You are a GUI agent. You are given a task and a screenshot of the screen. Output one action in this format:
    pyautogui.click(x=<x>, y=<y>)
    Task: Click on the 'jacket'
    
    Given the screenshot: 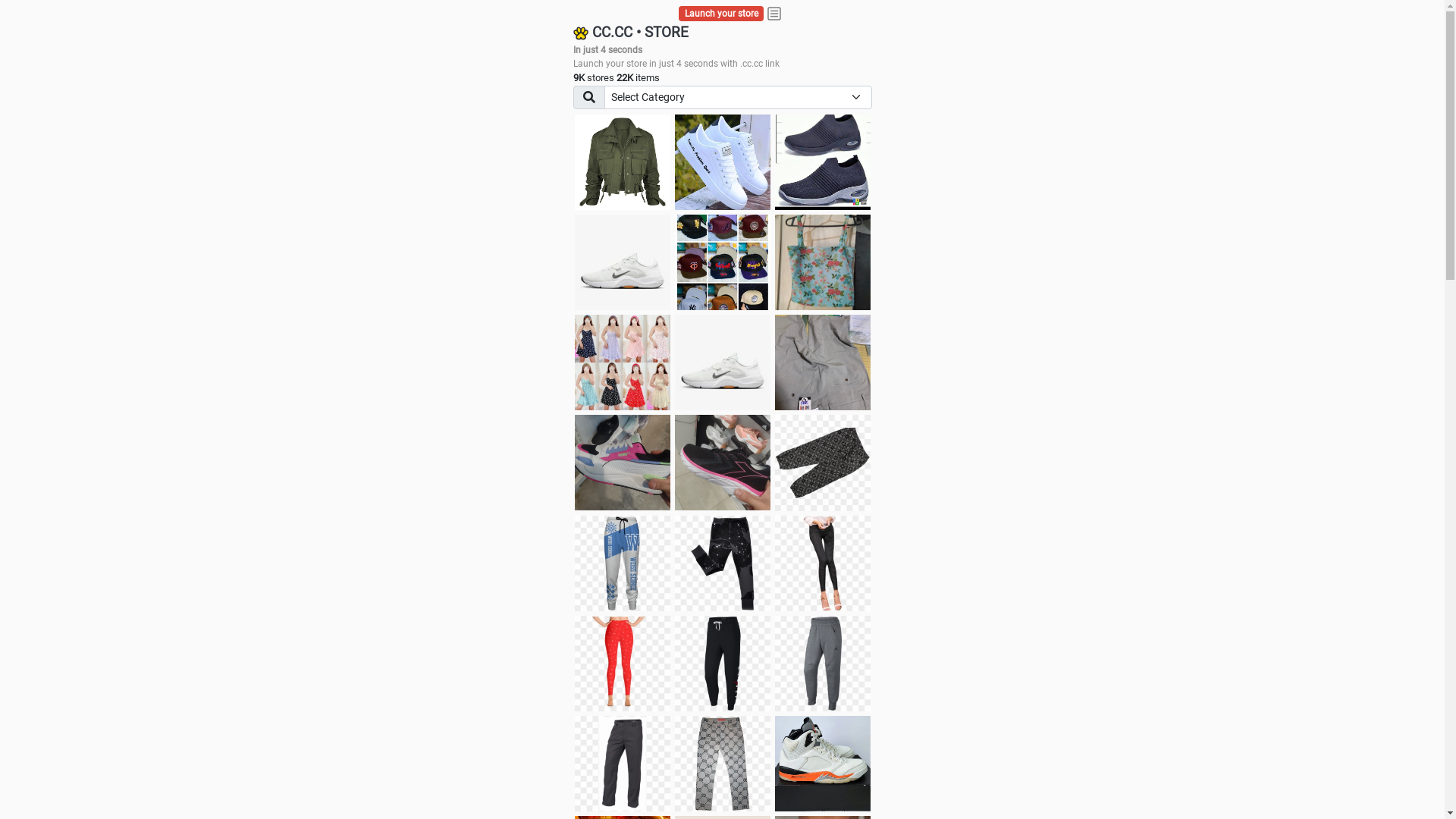 What is the action you would take?
    pyautogui.click(x=622, y=162)
    